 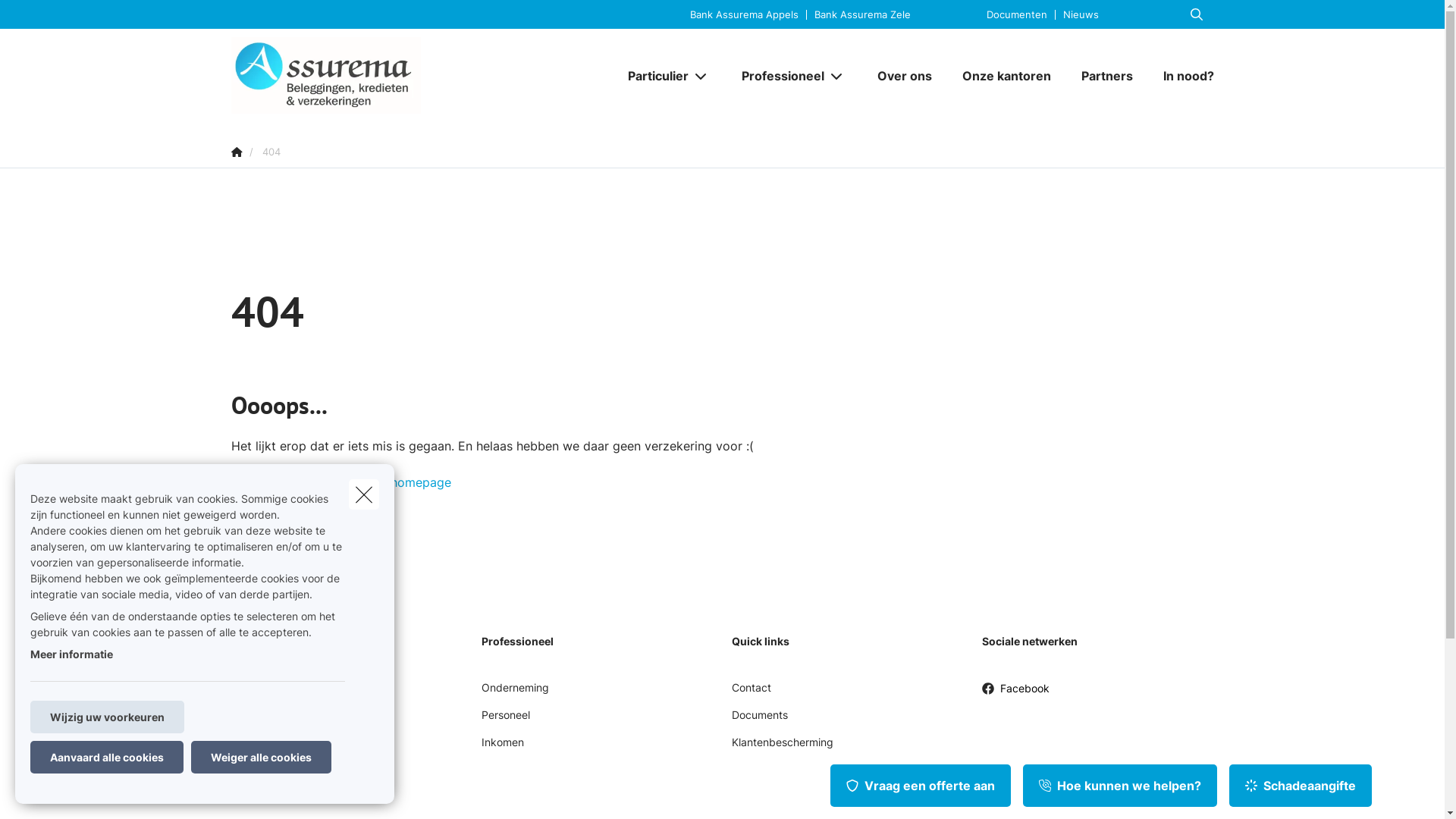 I want to click on 'Professioneel', so click(x=726, y=76).